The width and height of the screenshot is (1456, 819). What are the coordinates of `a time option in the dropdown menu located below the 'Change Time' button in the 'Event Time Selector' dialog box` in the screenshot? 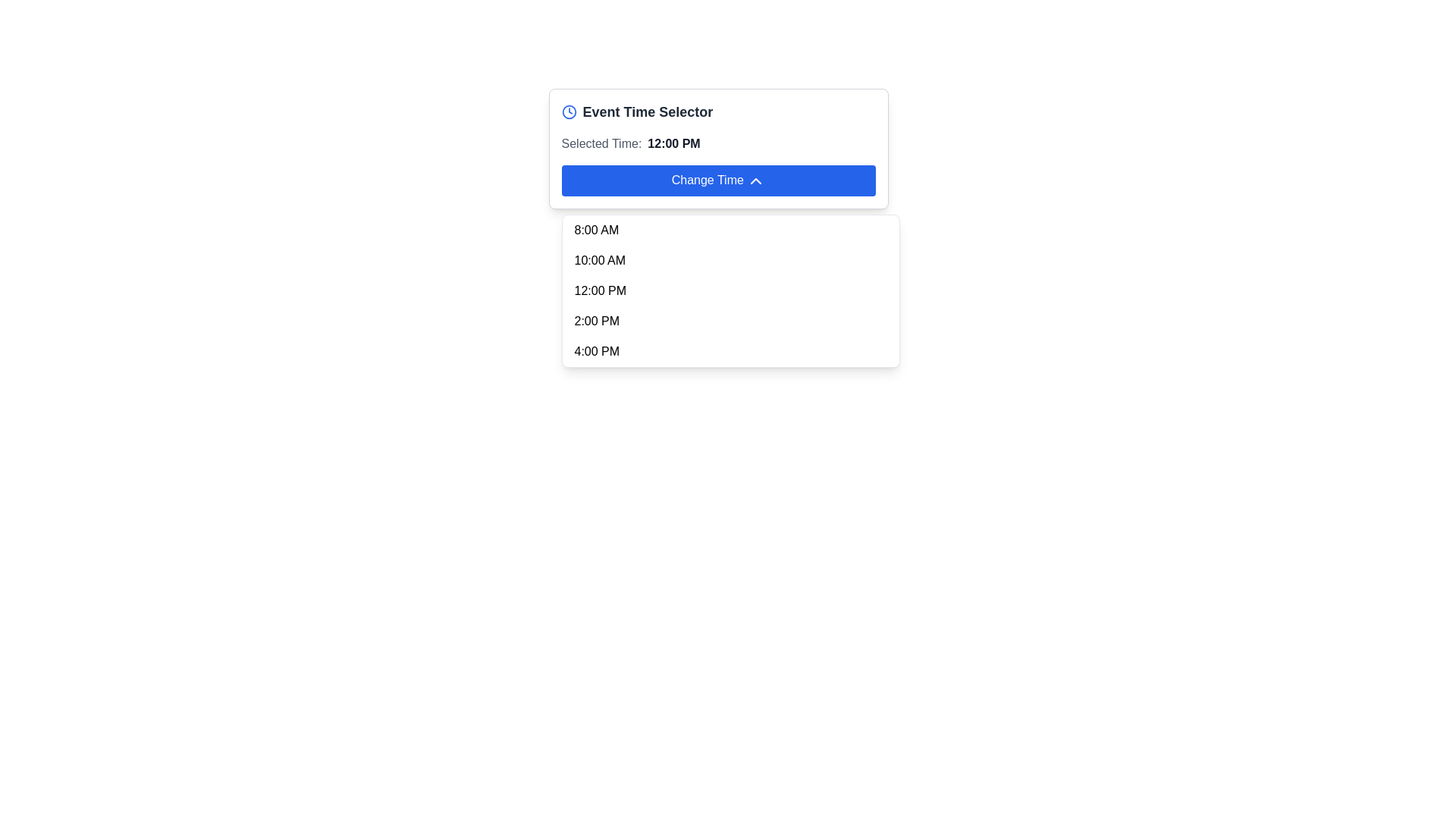 It's located at (730, 290).